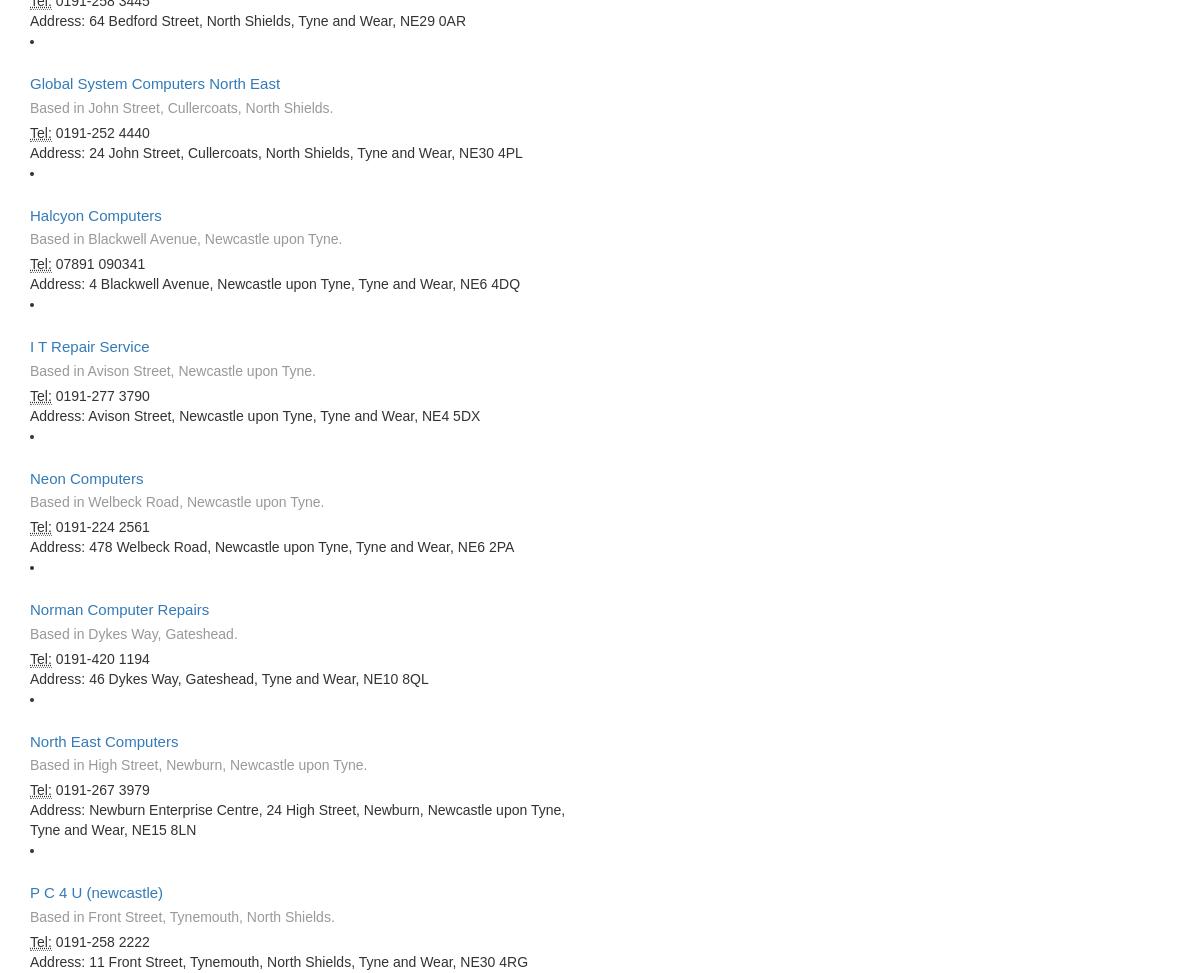  What do you see at coordinates (99, 788) in the screenshot?
I see `'0191-267 3979'` at bounding box center [99, 788].